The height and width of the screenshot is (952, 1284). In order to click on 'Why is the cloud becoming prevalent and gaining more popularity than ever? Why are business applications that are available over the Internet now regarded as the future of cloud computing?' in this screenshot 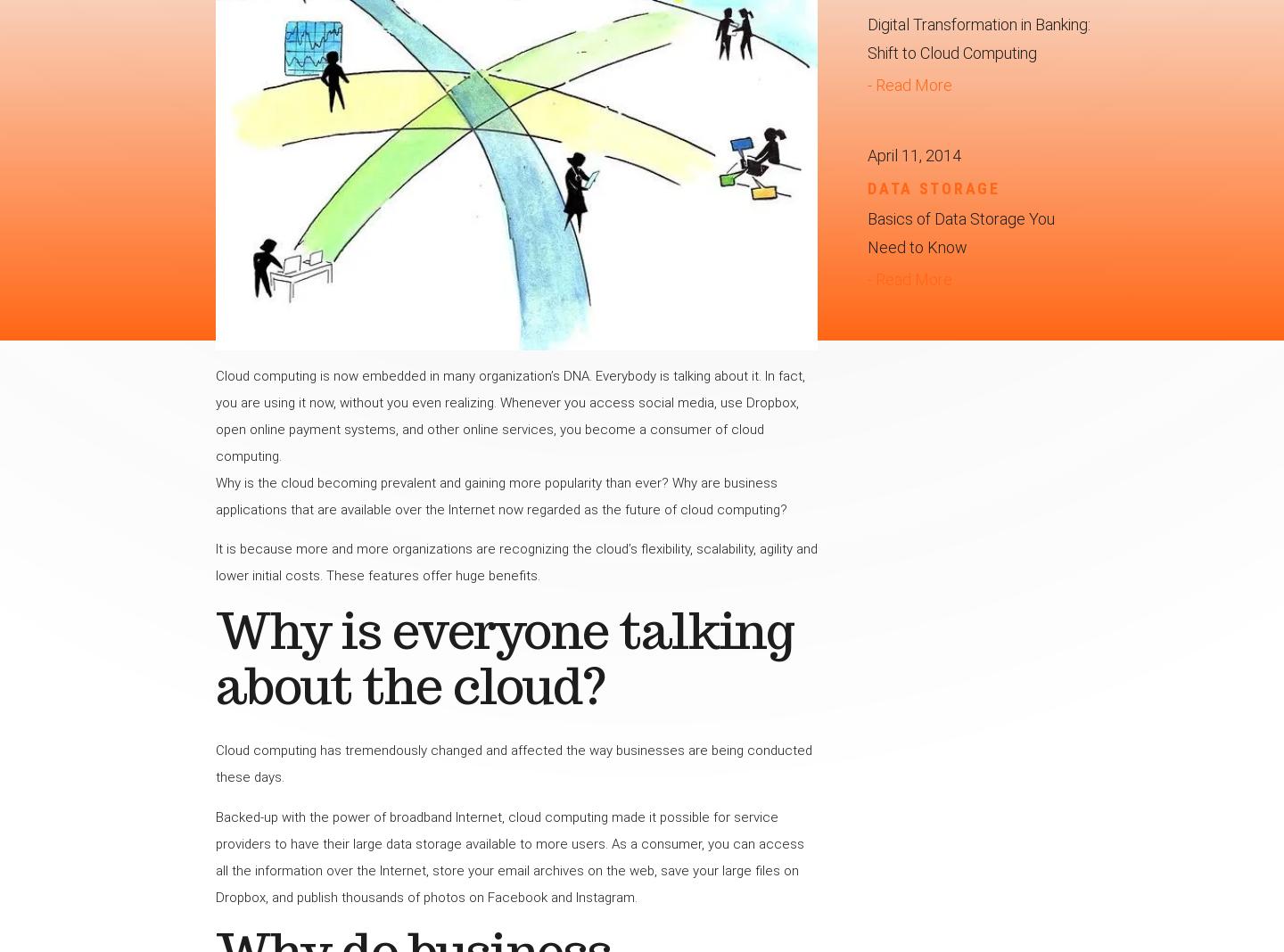, I will do `click(500, 495)`.